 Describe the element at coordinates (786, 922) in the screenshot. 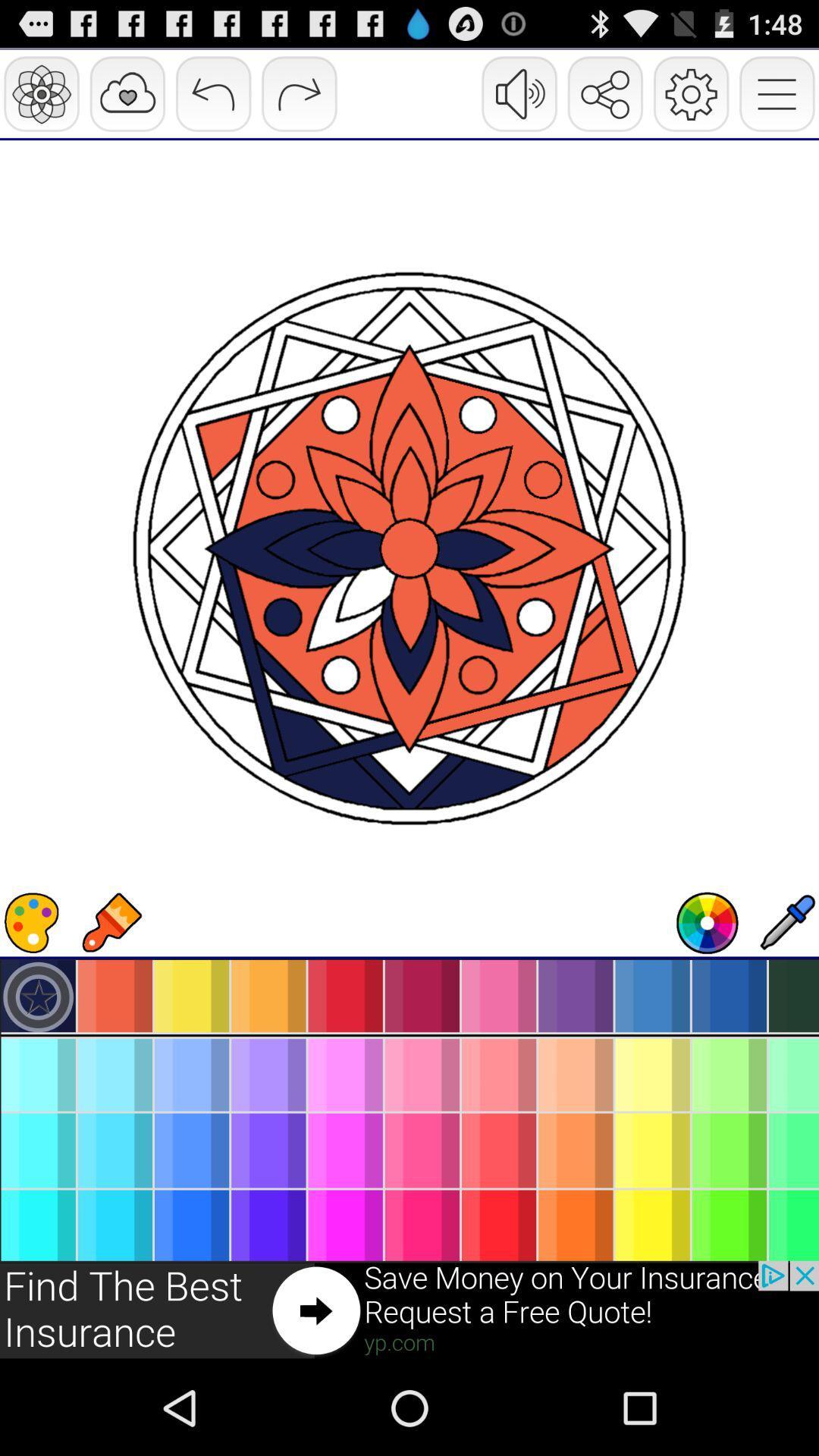

I see `drop` at that location.